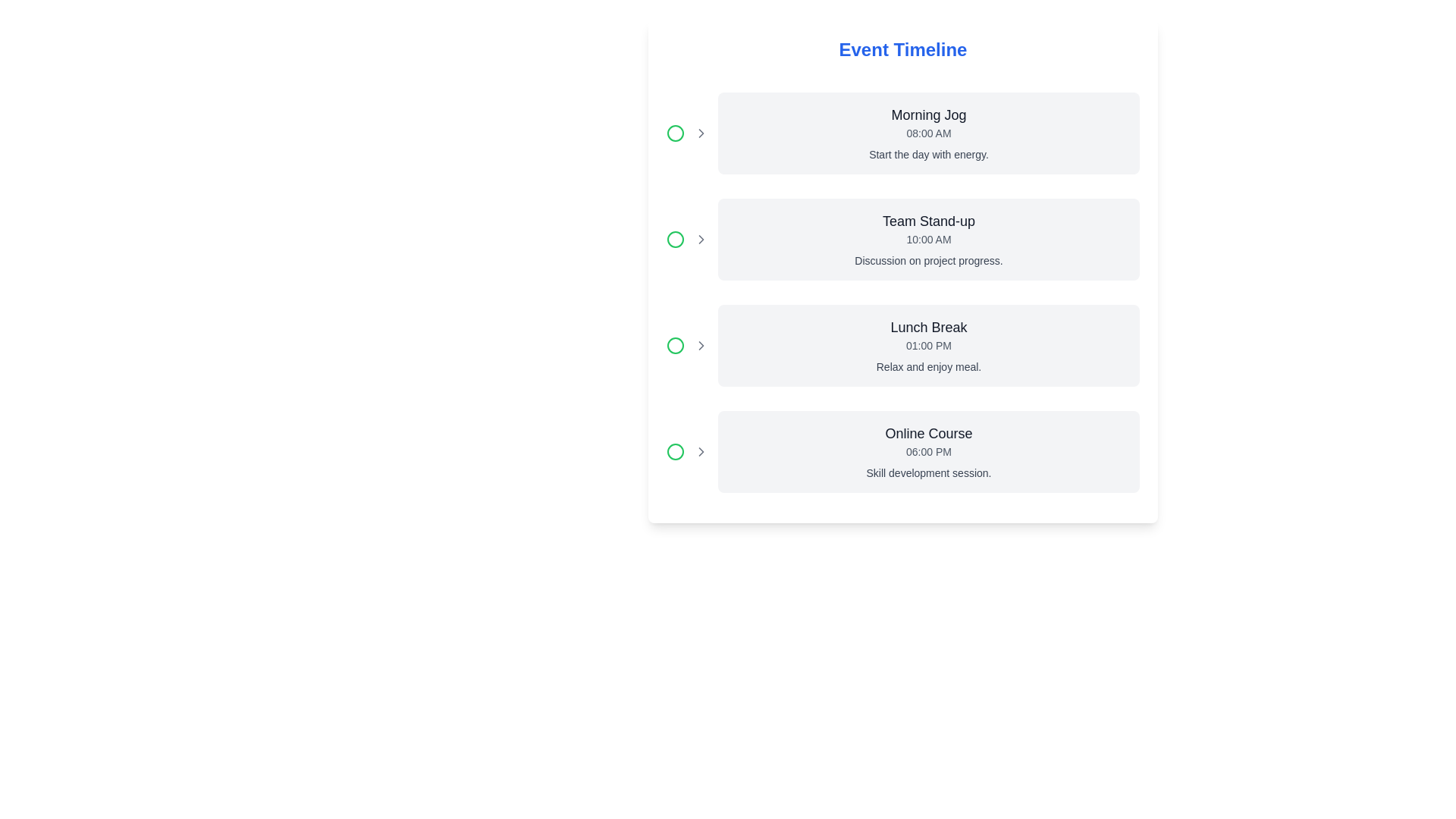  What do you see at coordinates (927, 221) in the screenshot?
I see `the text label displaying 'Team Stand-up' which is located in the second row of a vertically organized list of events` at bounding box center [927, 221].